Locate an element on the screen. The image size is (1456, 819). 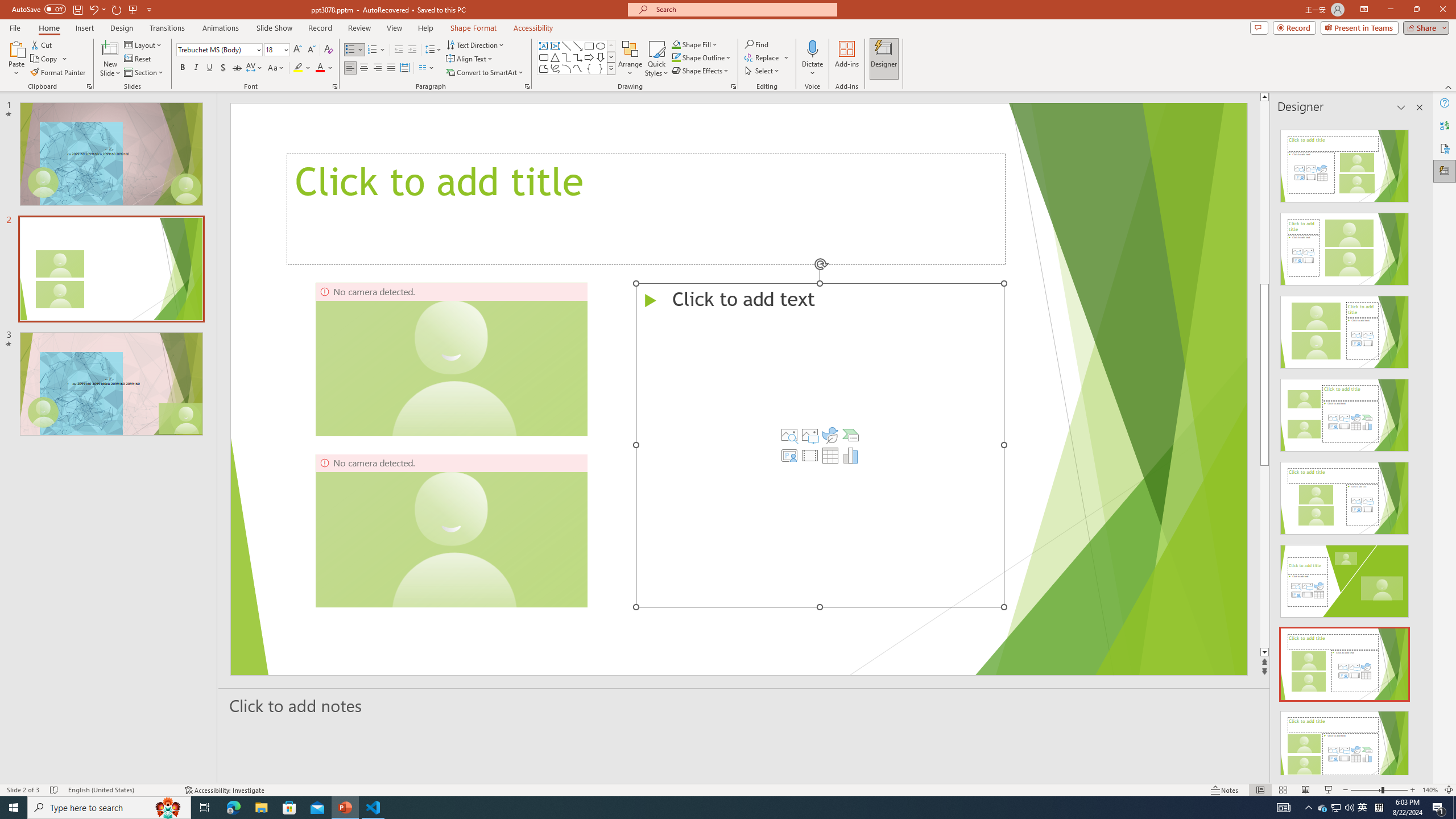
'Insert Table' is located at coordinates (830, 455).